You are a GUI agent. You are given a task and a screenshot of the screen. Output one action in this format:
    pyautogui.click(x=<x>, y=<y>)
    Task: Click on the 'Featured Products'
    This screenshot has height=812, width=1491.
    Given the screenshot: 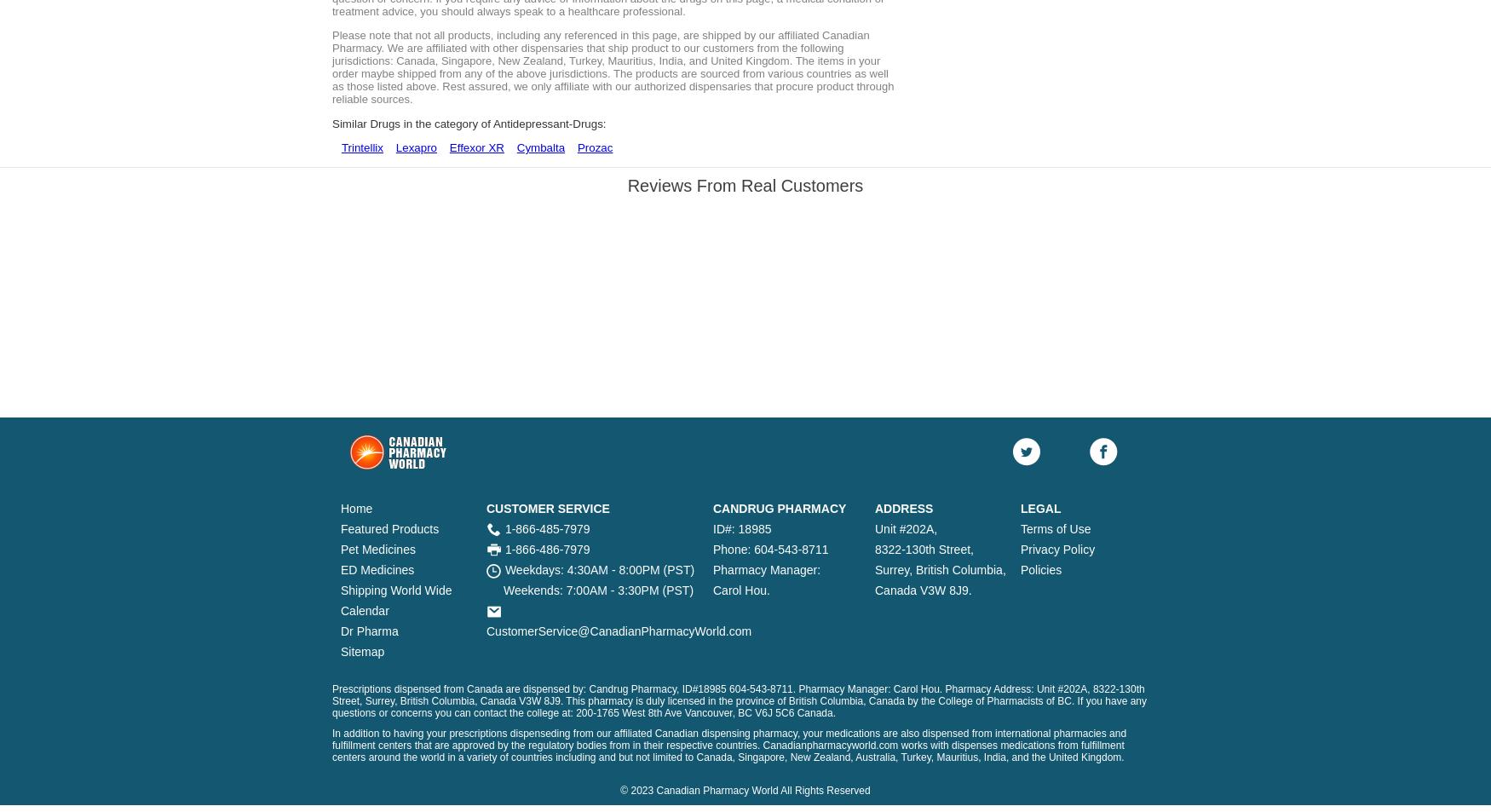 What is the action you would take?
    pyautogui.click(x=389, y=528)
    